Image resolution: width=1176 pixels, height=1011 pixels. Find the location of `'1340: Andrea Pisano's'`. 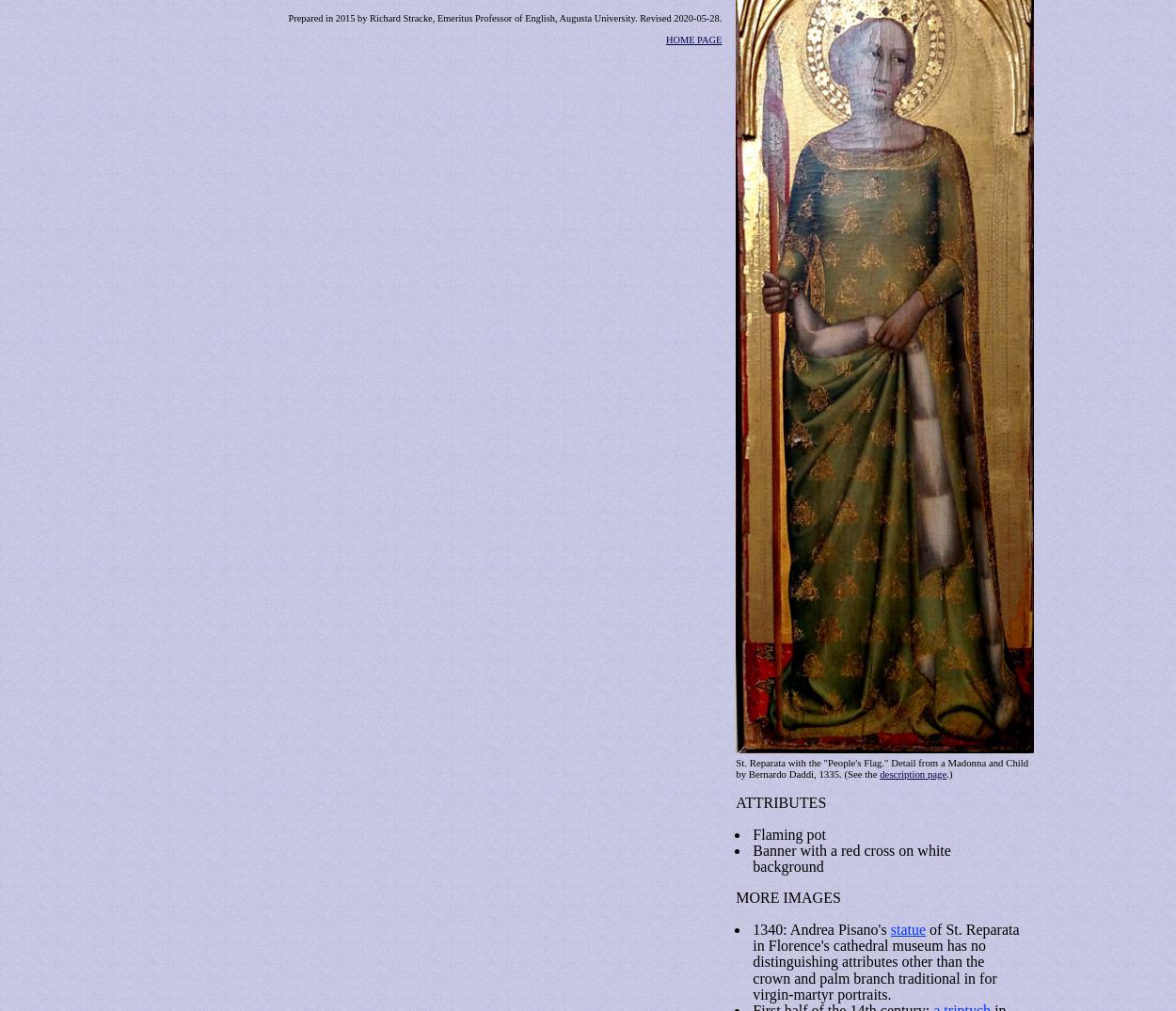

'1340: Andrea Pisano's' is located at coordinates (820, 927).